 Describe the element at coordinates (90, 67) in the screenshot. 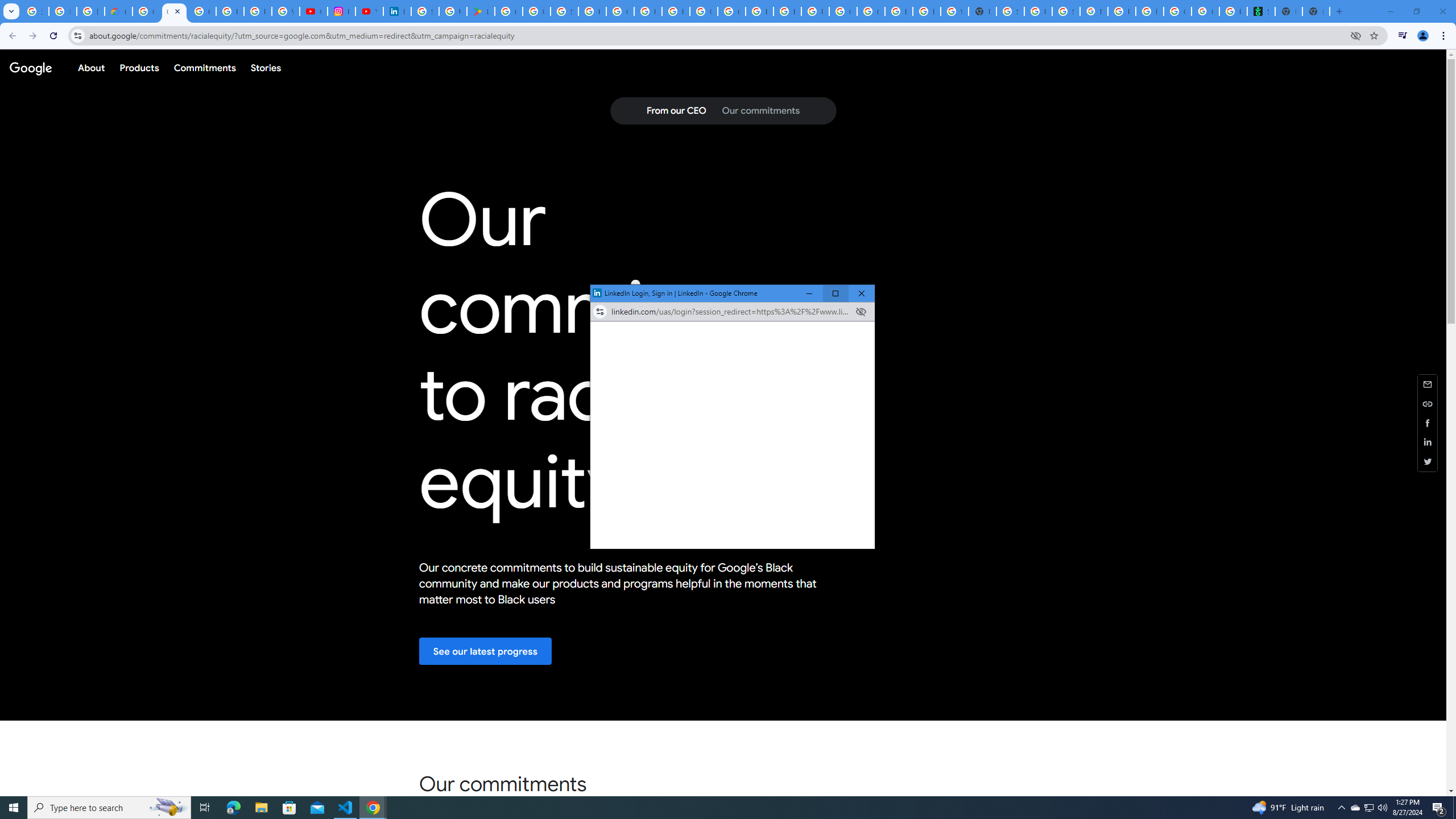

I see `'About'` at that location.